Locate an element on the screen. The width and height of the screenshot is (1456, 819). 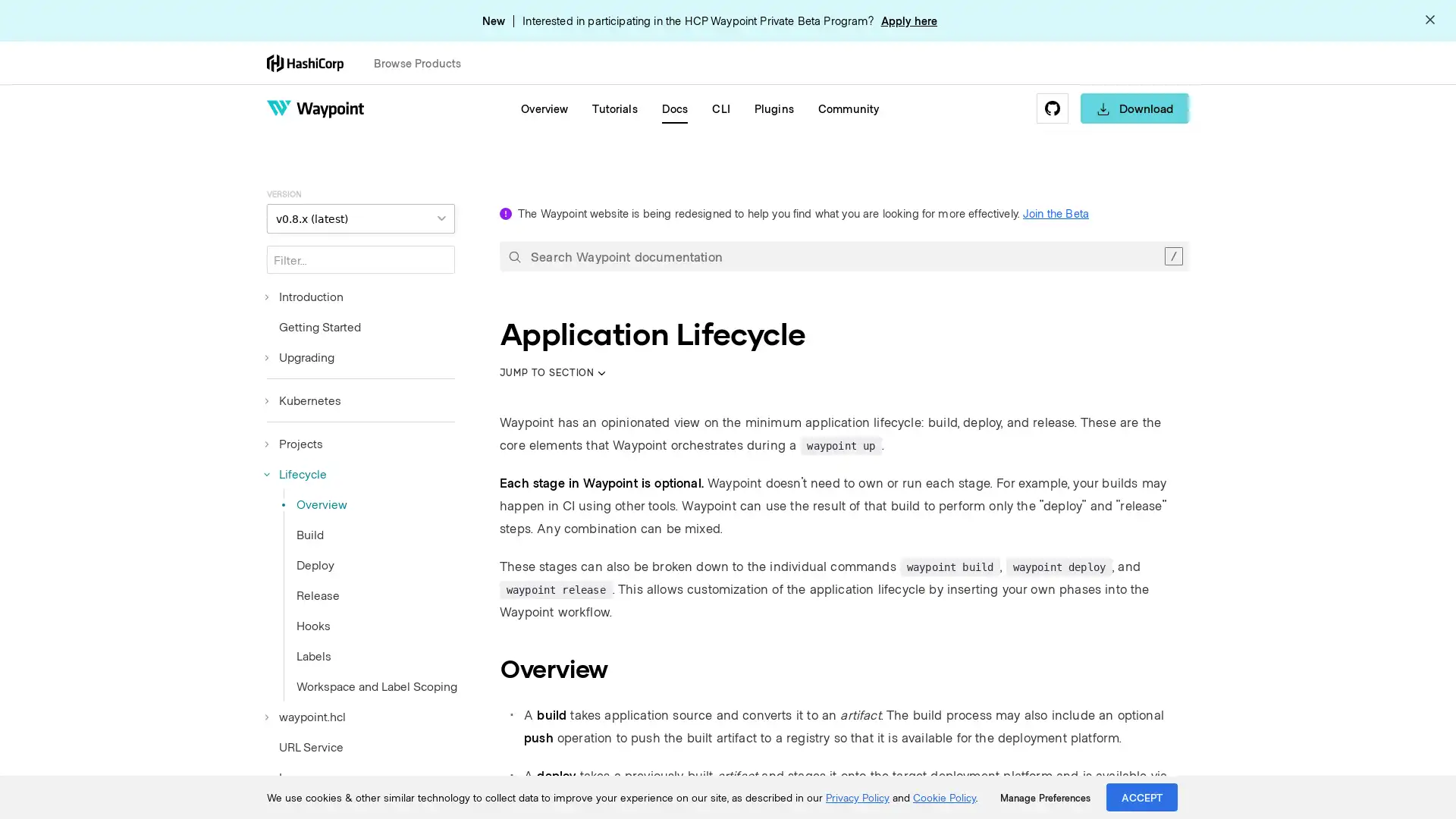
Browse Products Open this menu is located at coordinates (424, 62).